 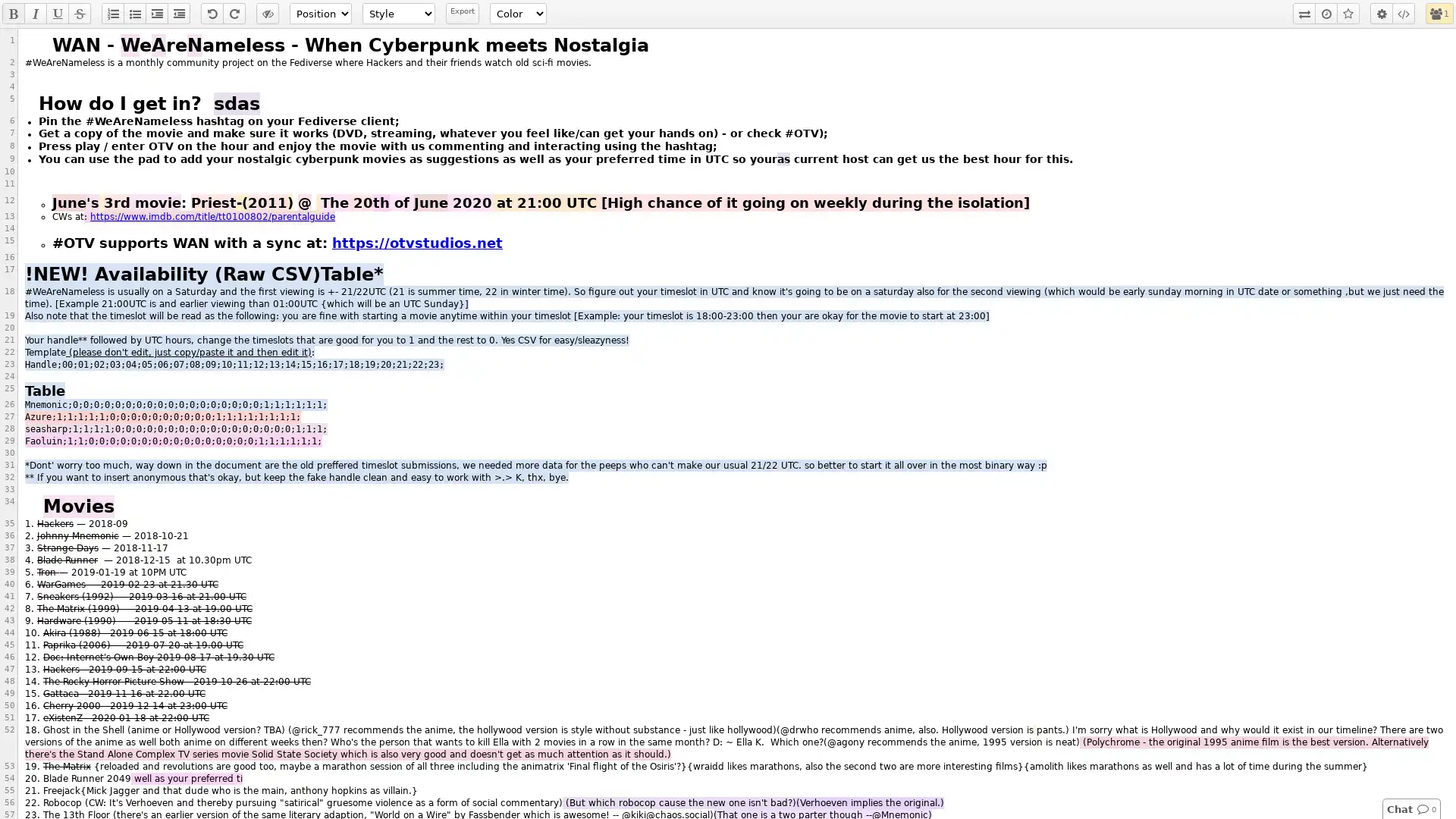 I want to click on Show the users on this pad, so click(x=1436, y=14).